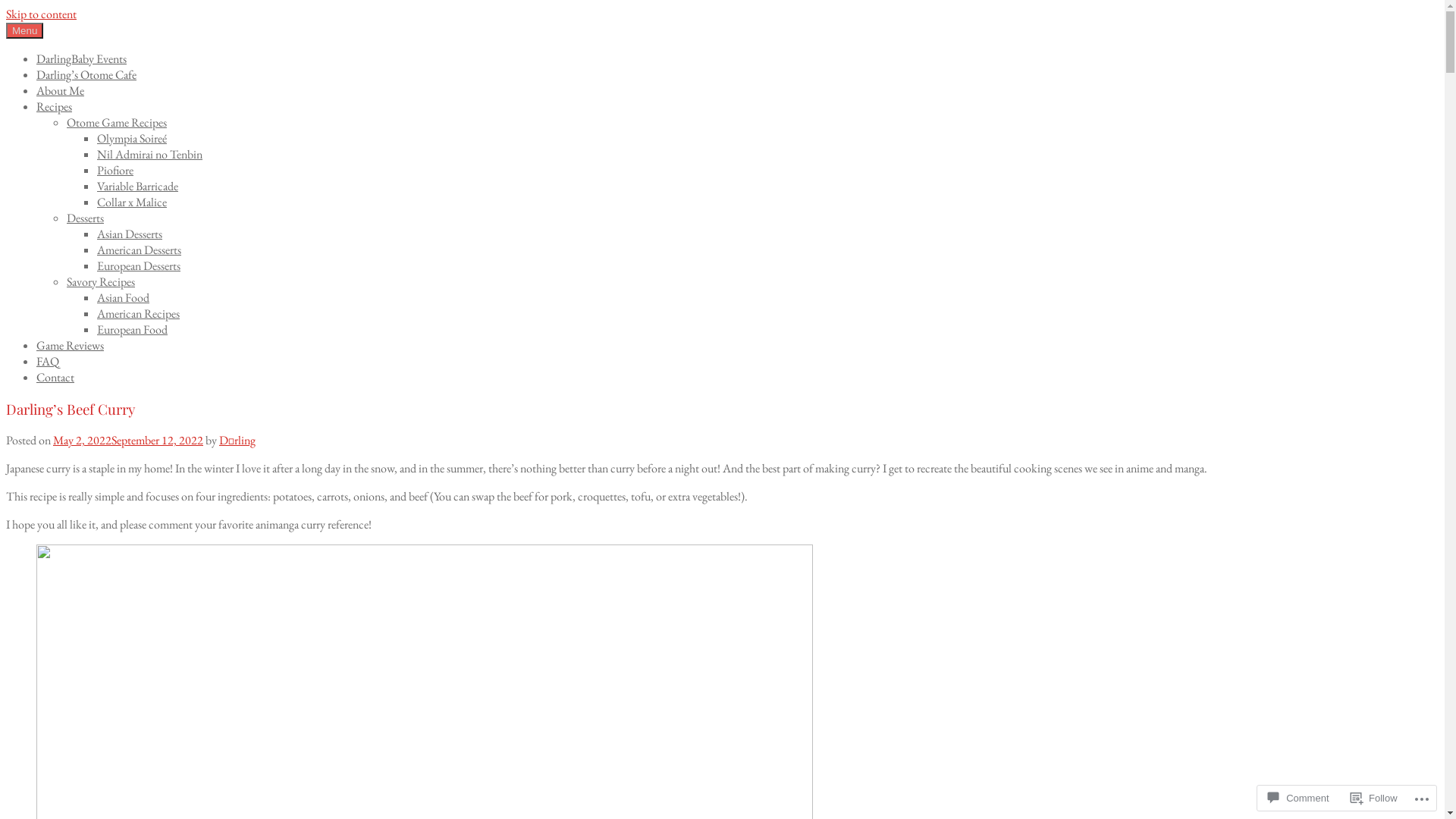  Describe the element at coordinates (36, 90) in the screenshot. I see `'About Me'` at that location.